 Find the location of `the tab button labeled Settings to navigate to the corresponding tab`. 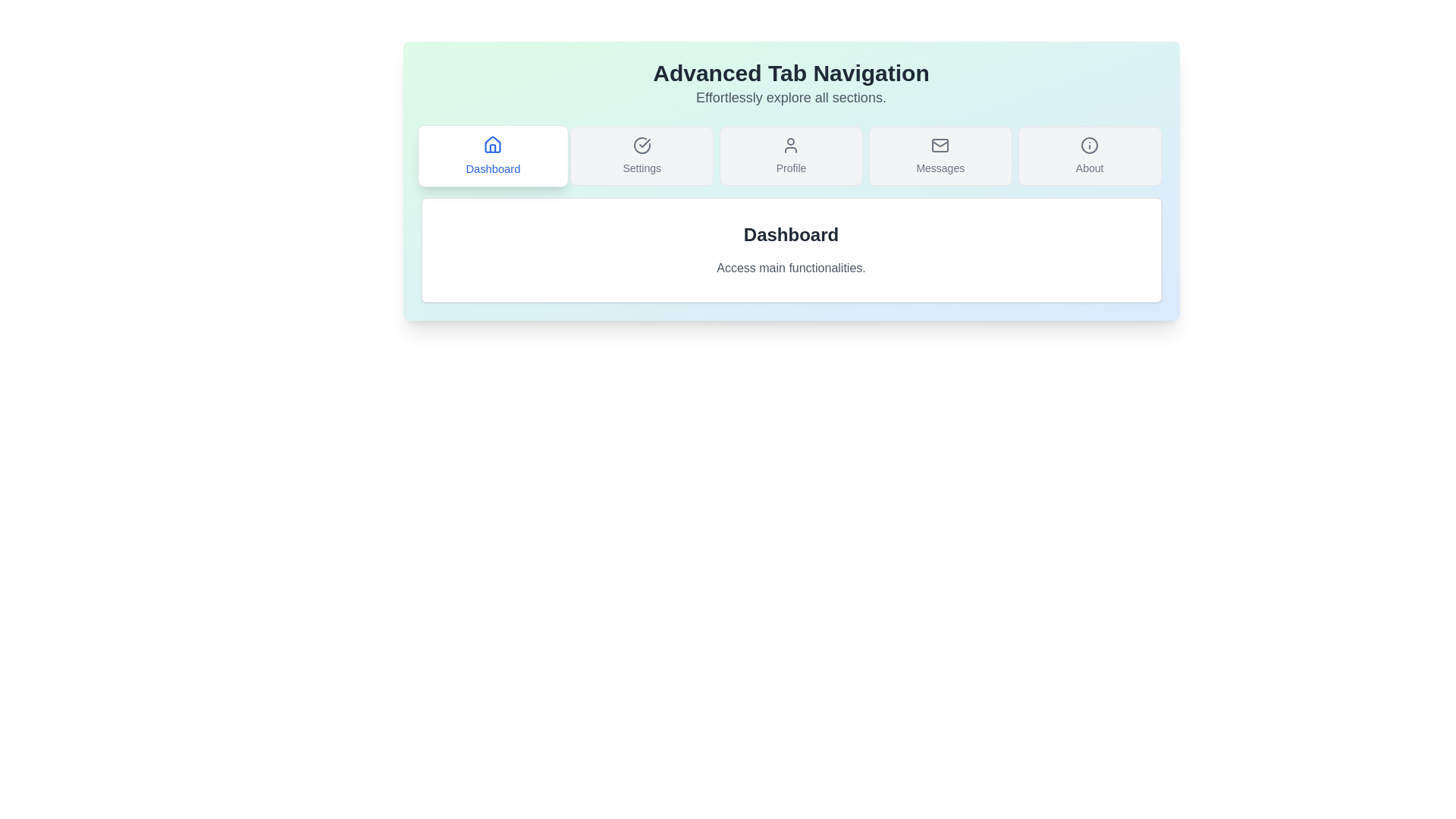

the tab button labeled Settings to navigate to the corresponding tab is located at coordinates (642, 155).